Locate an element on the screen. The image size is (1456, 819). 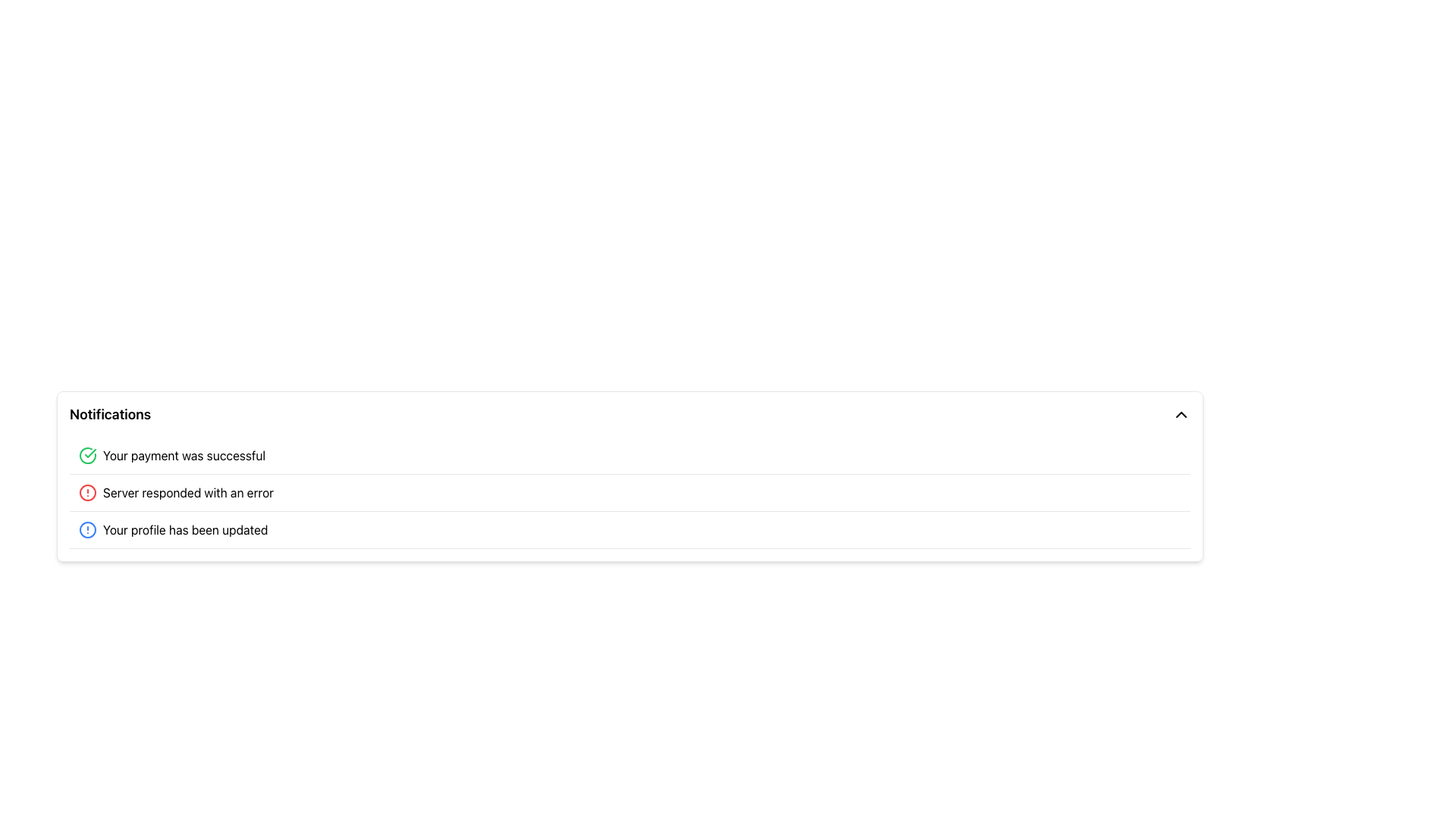
the static text confirming the successful profile update, which is the third notification in a list of notifications is located at coordinates (184, 529).